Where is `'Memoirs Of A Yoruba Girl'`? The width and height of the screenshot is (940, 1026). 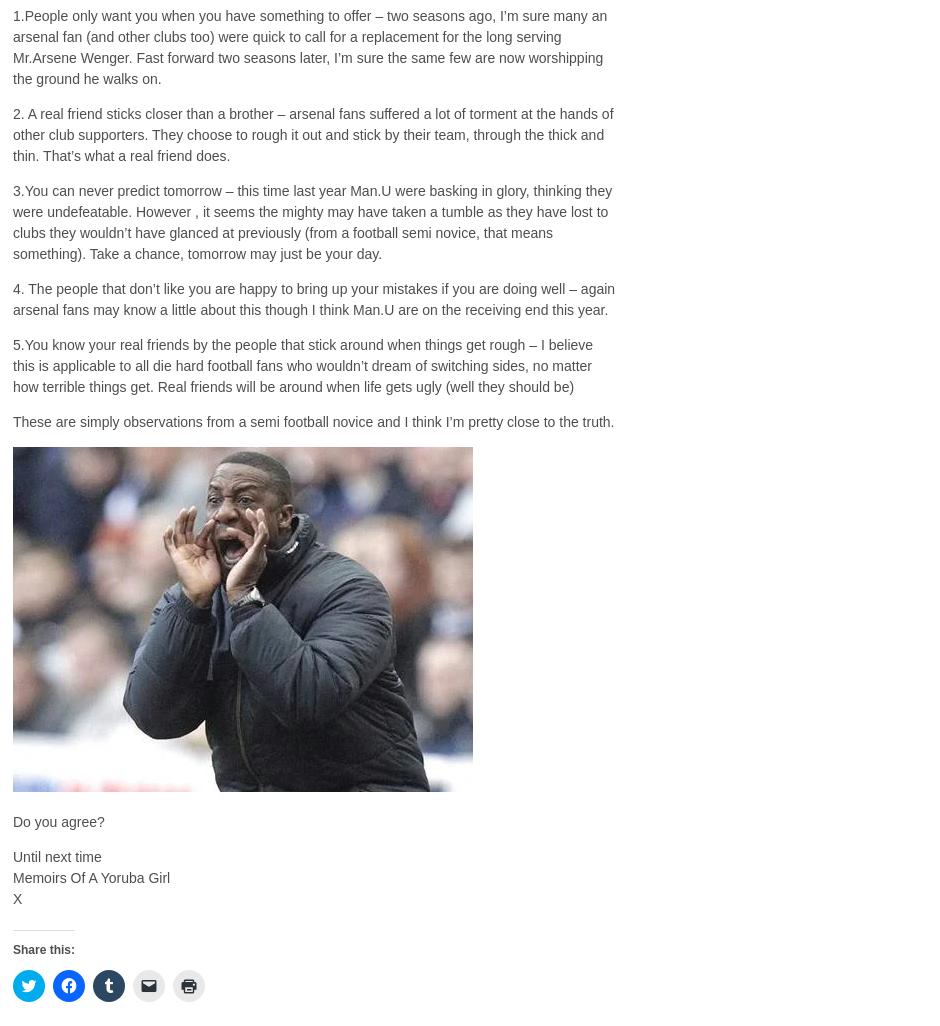 'Memoirs Of A Yoruba Girl' is located at coordinates (91, 876).